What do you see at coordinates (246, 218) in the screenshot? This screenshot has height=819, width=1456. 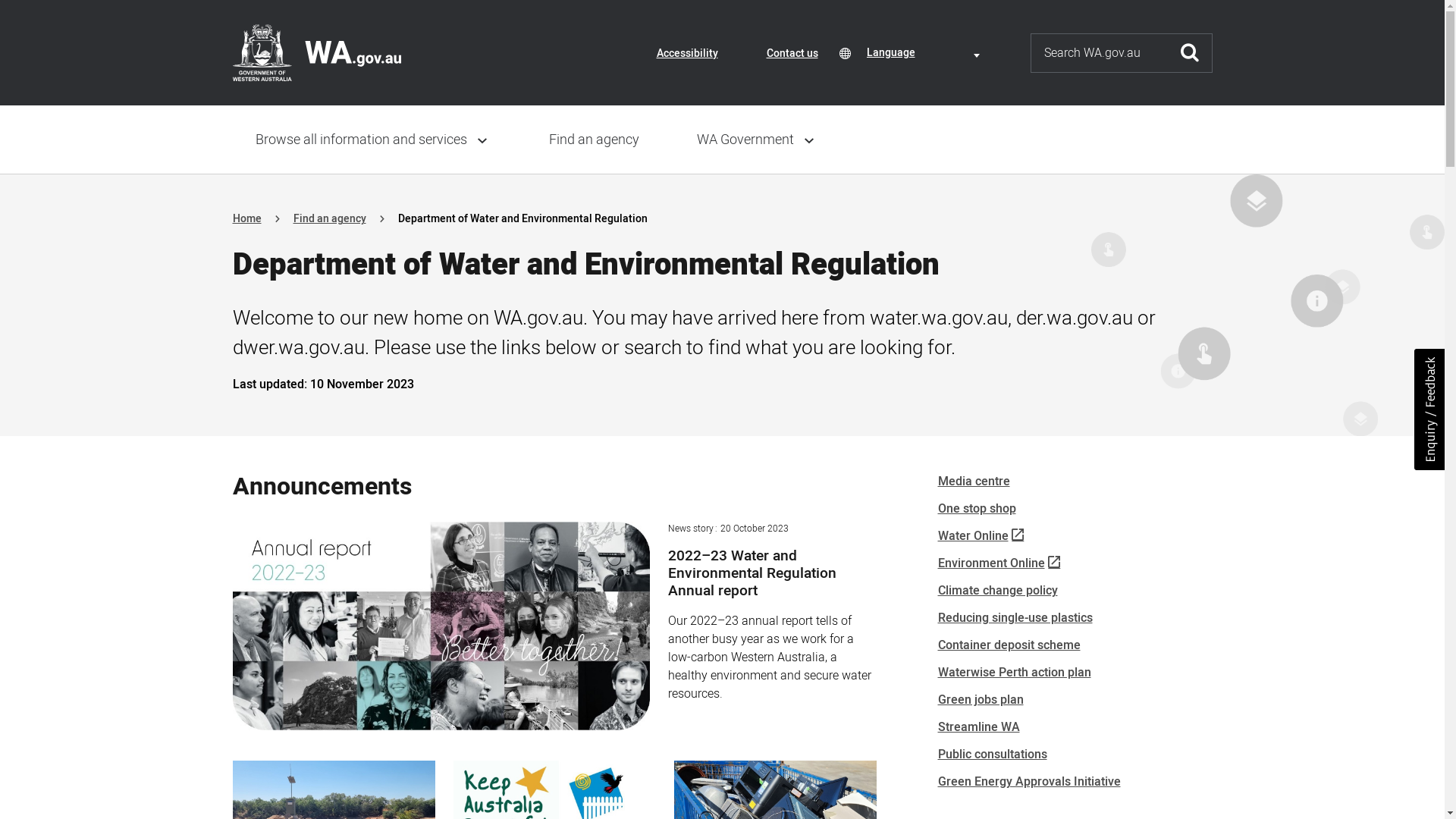 I see `'Home'` at bounding box center [246, 218].